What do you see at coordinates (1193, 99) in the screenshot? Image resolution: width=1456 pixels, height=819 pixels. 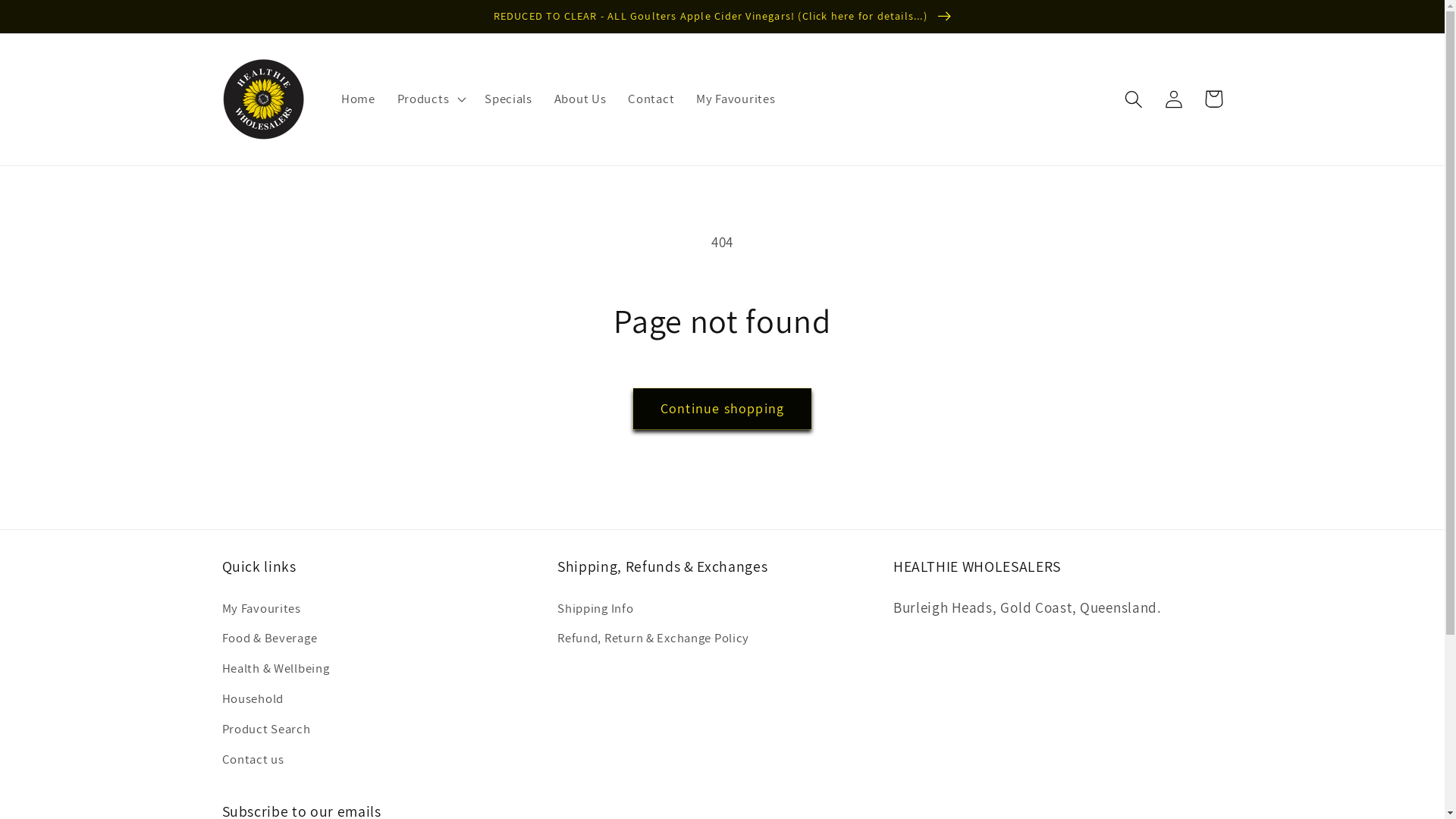 I see `'Cart'` at bounding box center [1193, 99].